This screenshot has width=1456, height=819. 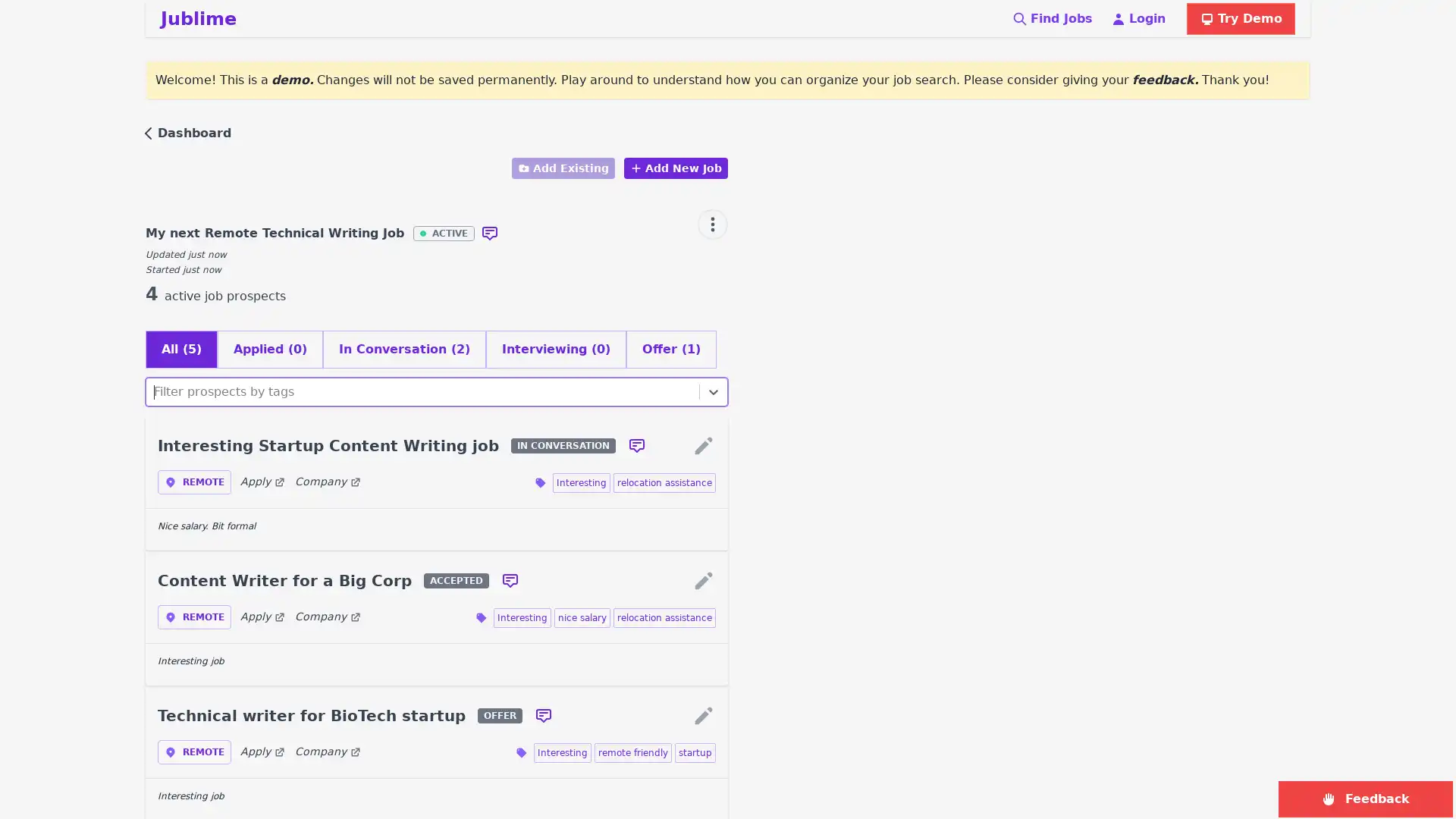 What do you see at coordinates (1051, 18) in the screenshot?
I see `Find Jobs` at bounding box center [1051, 18].